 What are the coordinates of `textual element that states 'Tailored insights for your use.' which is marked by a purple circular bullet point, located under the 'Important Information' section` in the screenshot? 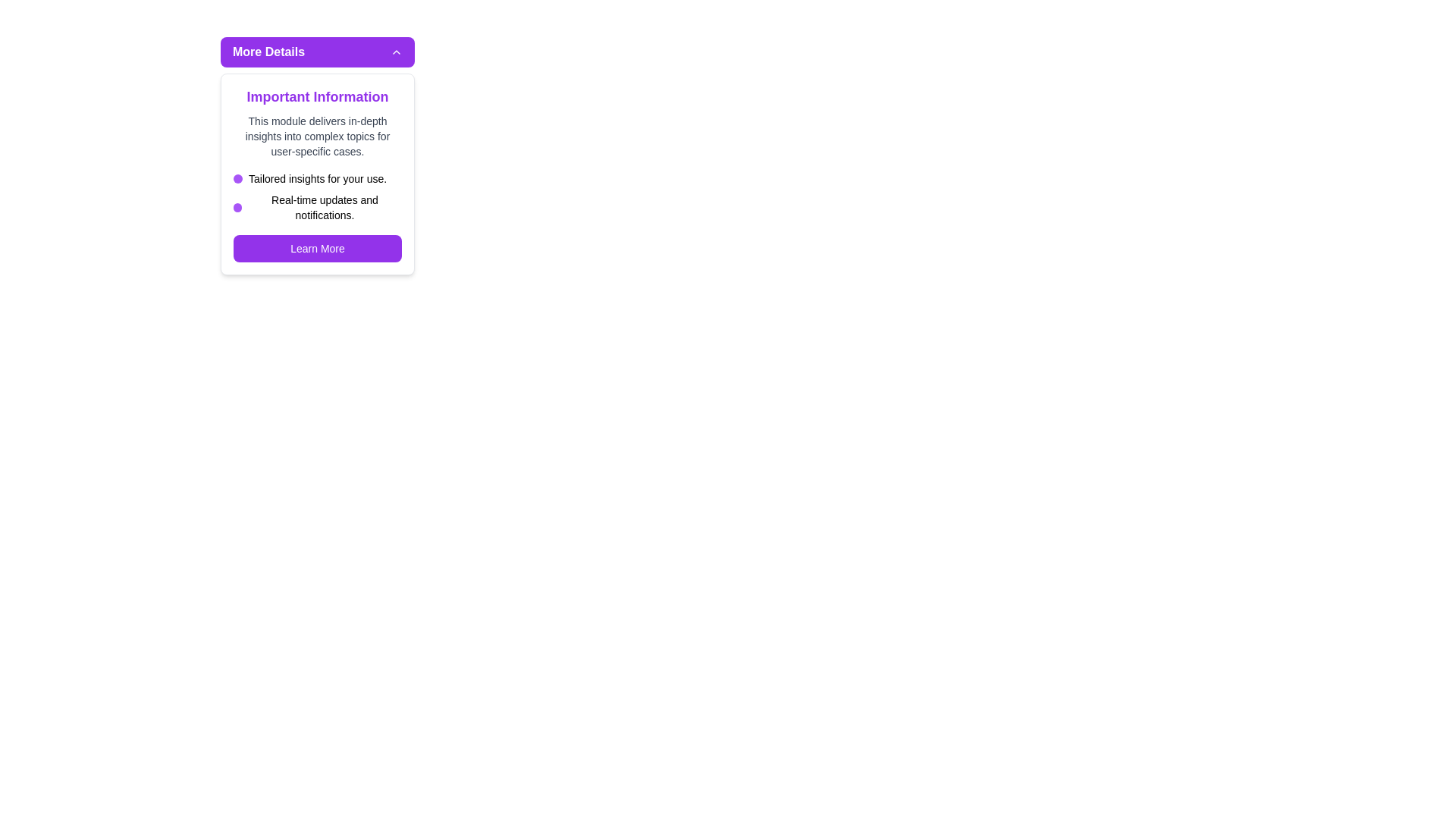 It's located at (316, 177).